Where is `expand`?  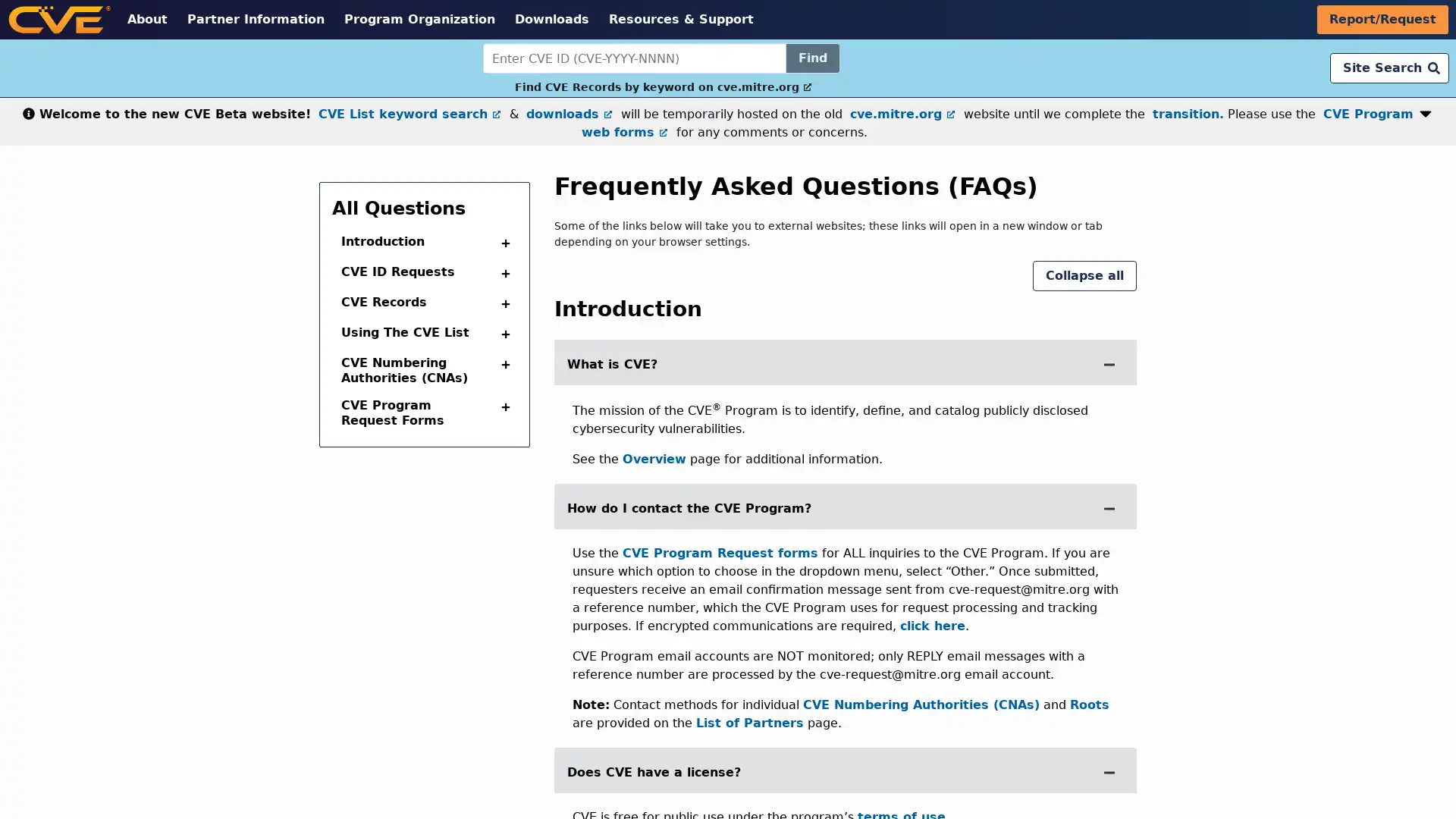
expand is located at coordinates (1109, 508).